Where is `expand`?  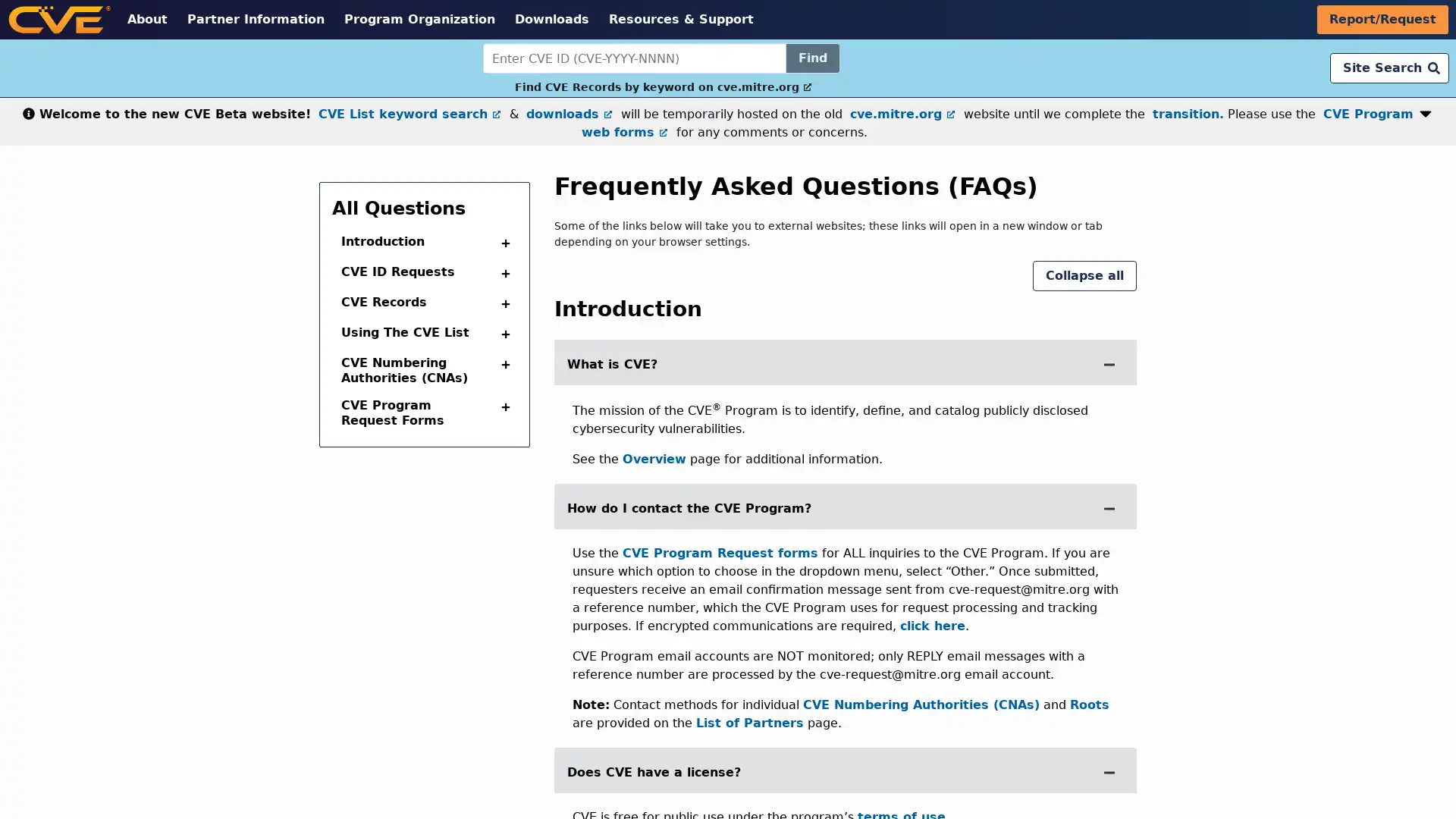
expand is located at coordinates (1109, 508).